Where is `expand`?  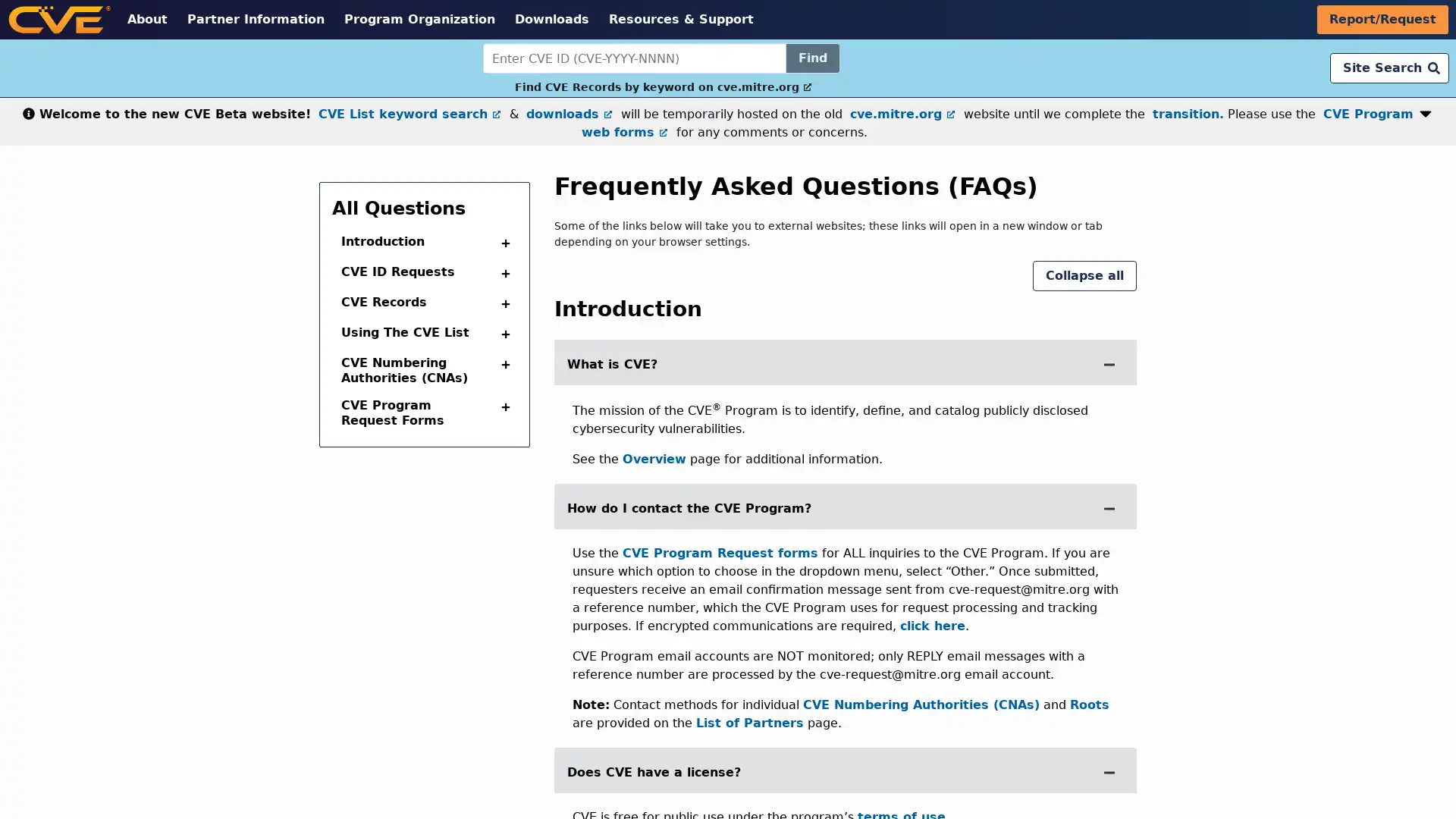
expand is located at coordinates (1109, 508).